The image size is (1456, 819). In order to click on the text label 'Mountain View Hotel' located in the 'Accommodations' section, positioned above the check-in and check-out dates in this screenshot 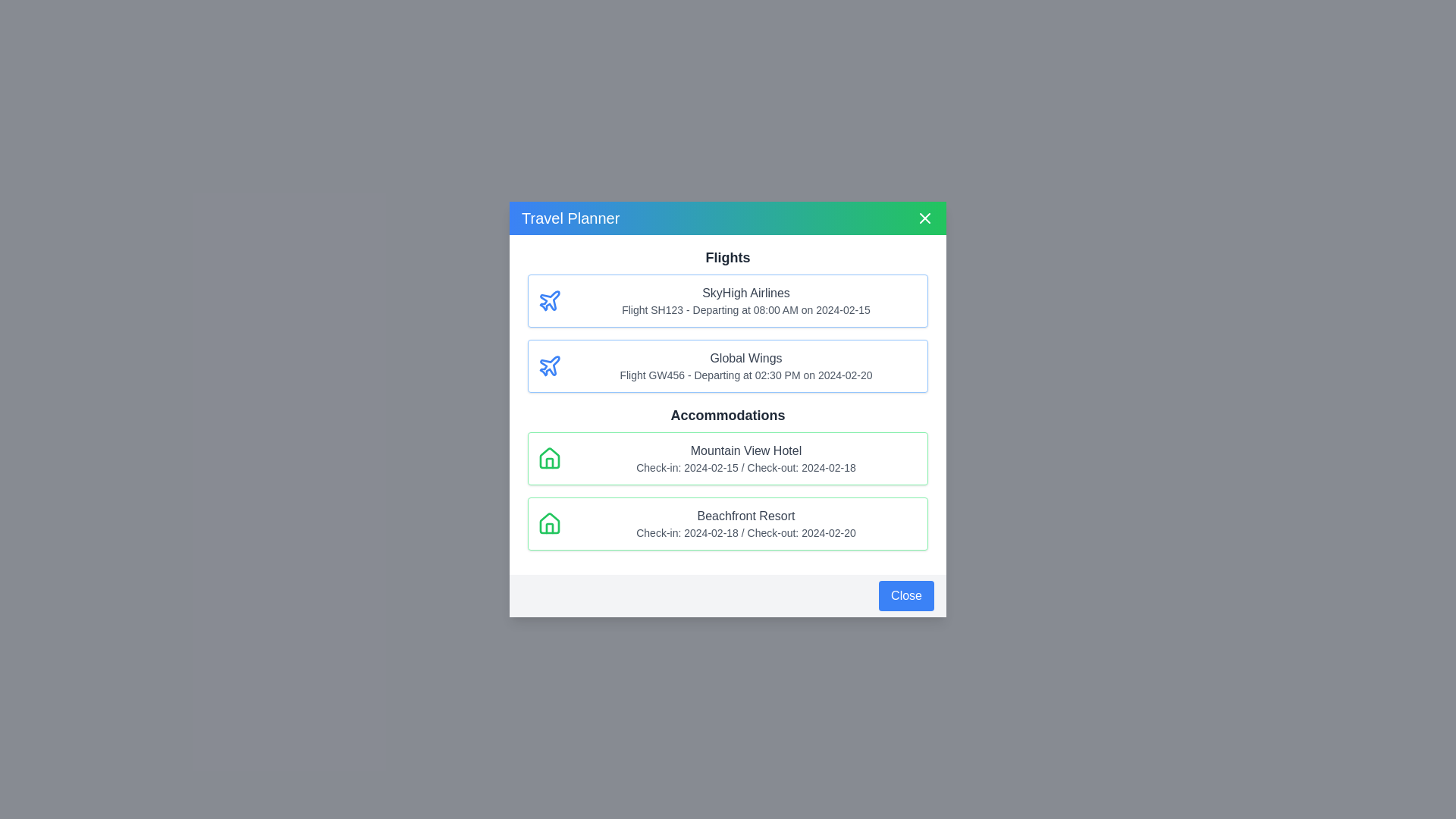, I will do `click(745, 450)`.